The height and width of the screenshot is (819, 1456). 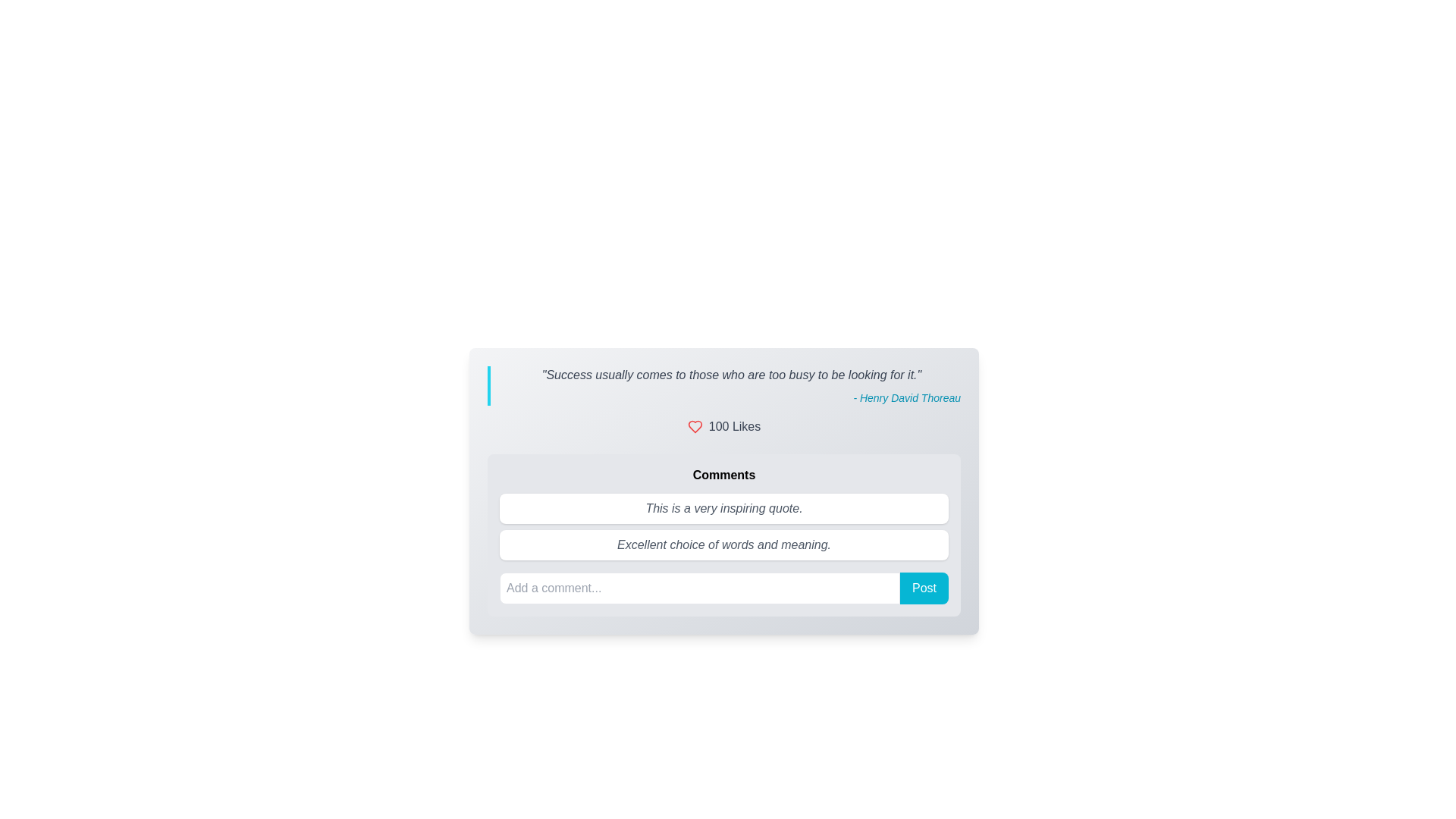 What do you see at coordinates (735, 427) in the screenshot?
I see `the text label displaying the number of likes for a post, located to the right of the heart icon and underneath the quote and author's name` at bounding box center [735, 427].